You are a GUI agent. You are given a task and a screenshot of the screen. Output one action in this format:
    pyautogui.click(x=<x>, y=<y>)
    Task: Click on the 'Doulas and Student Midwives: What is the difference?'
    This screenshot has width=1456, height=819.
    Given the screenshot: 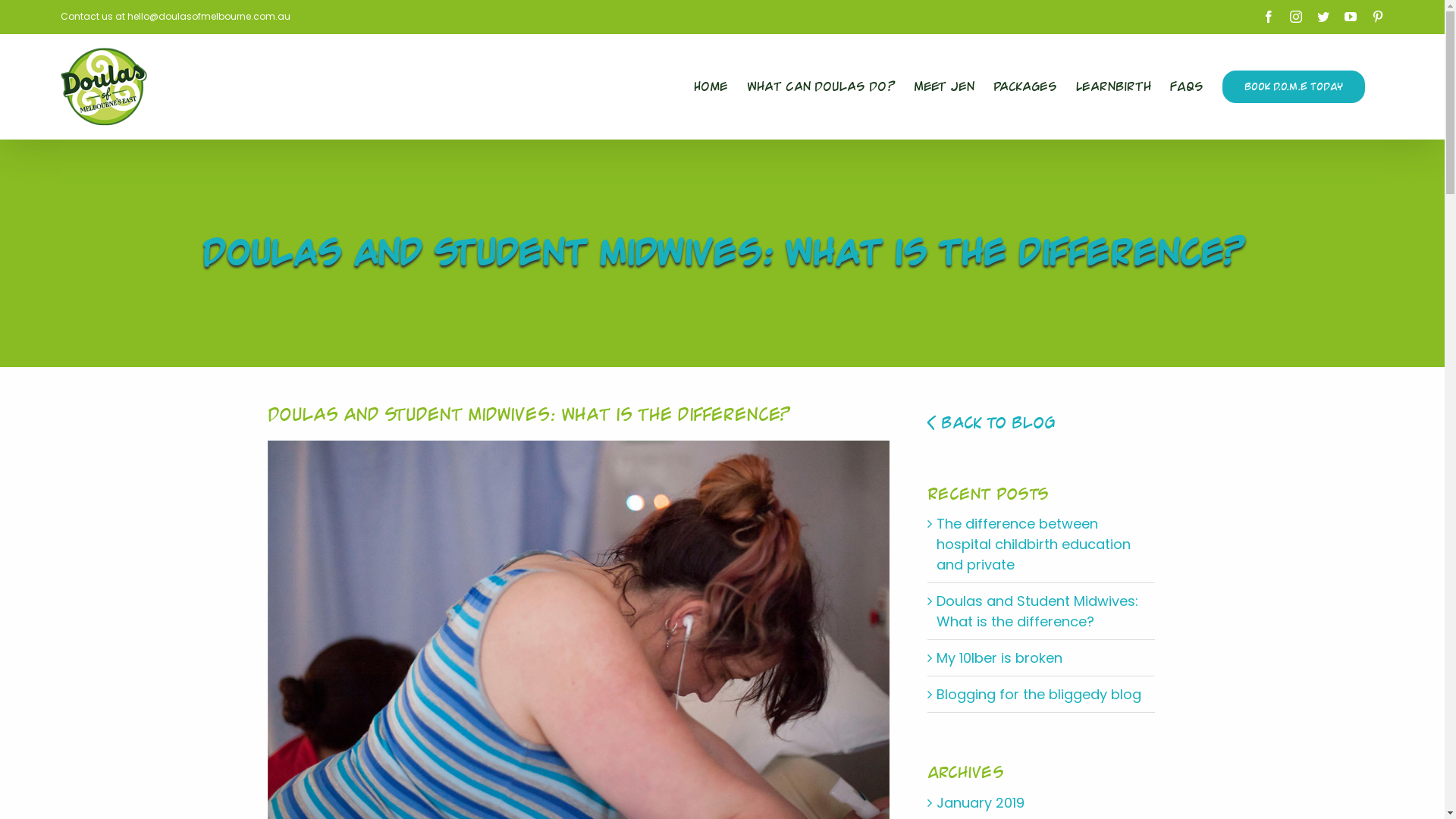 What is the action you would take?
    pyautogui.click(x=1036, y=610)
    